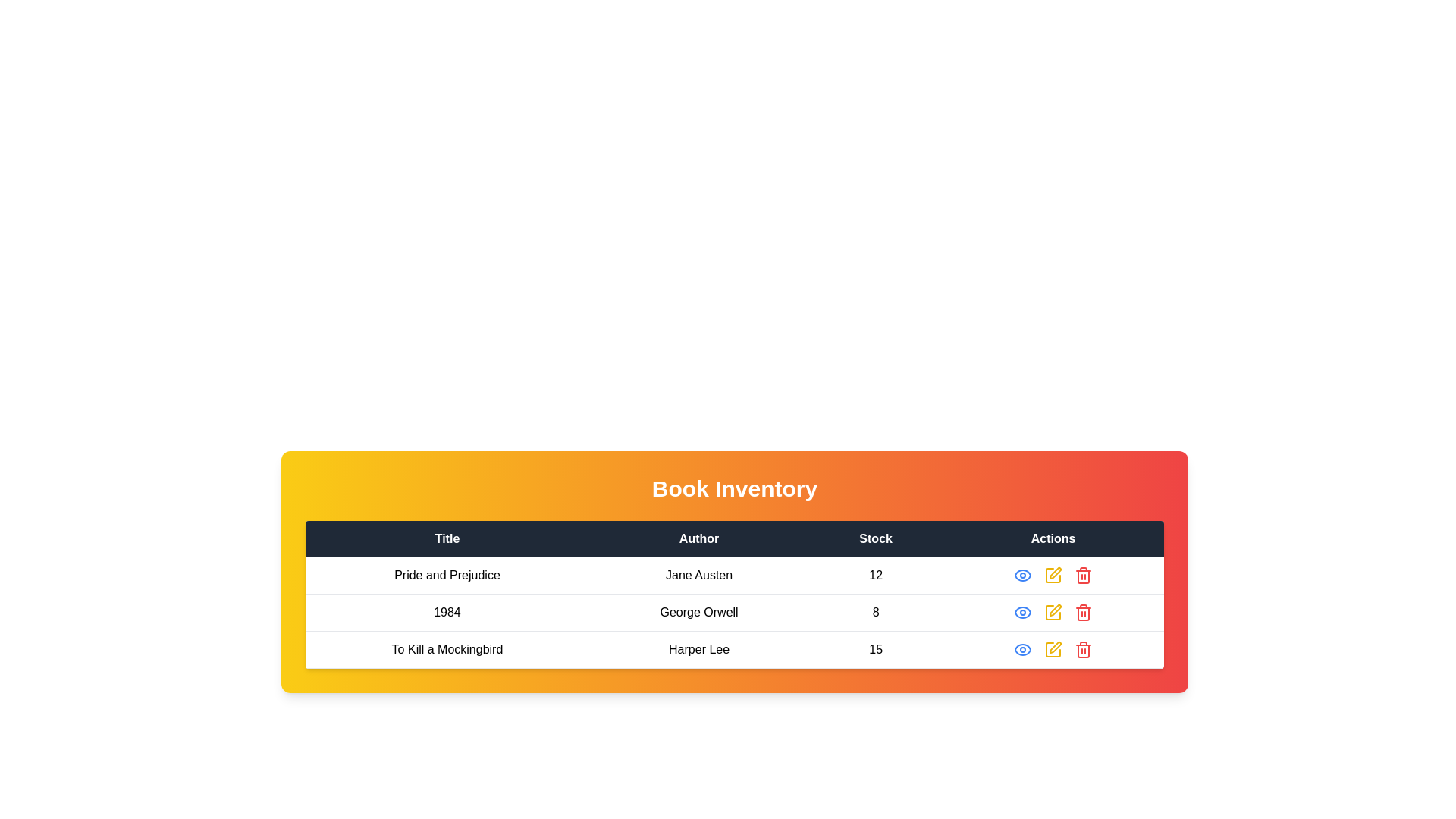  I want to click on the eye icon button located in the 'Actions' column of the third row of the table, so click(1022, 648).